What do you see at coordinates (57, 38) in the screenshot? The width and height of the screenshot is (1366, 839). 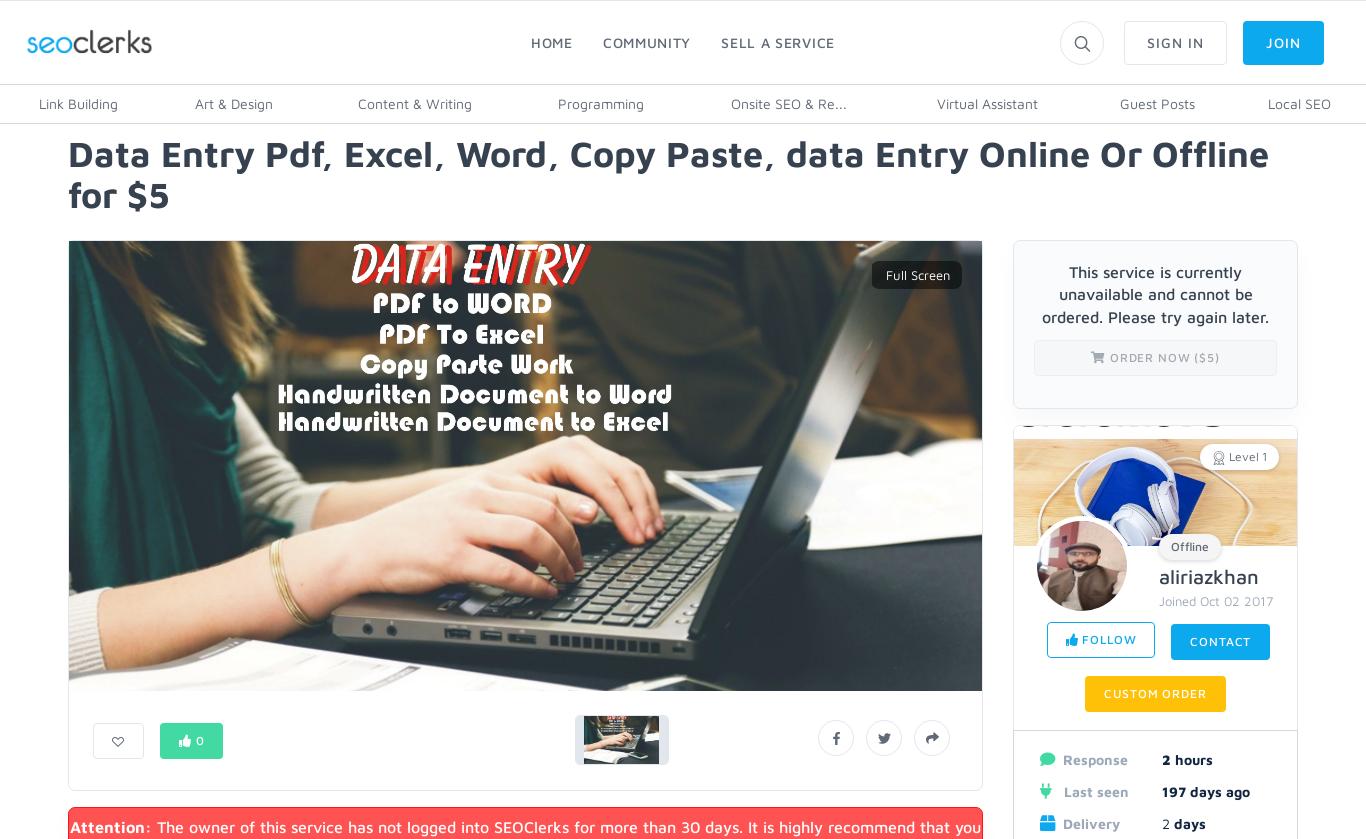 I see `'SEOClerks'` at bounding box center [57, 38].